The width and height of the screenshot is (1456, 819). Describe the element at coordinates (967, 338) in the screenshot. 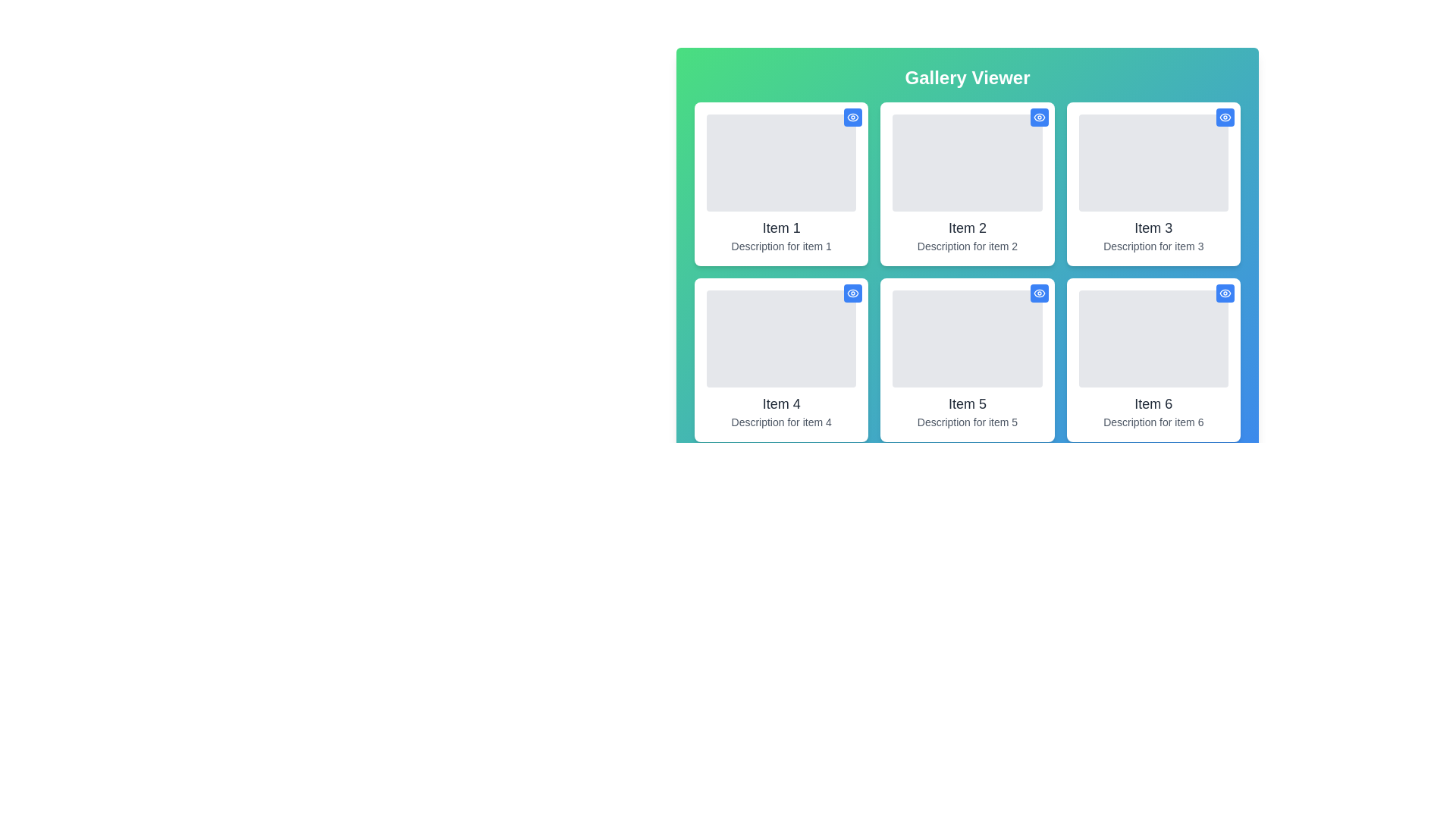

I see `the rectangular grey Placeholder area with rounded corners located in the top portion of the Item 5 card in the third column of the second row` at that location.